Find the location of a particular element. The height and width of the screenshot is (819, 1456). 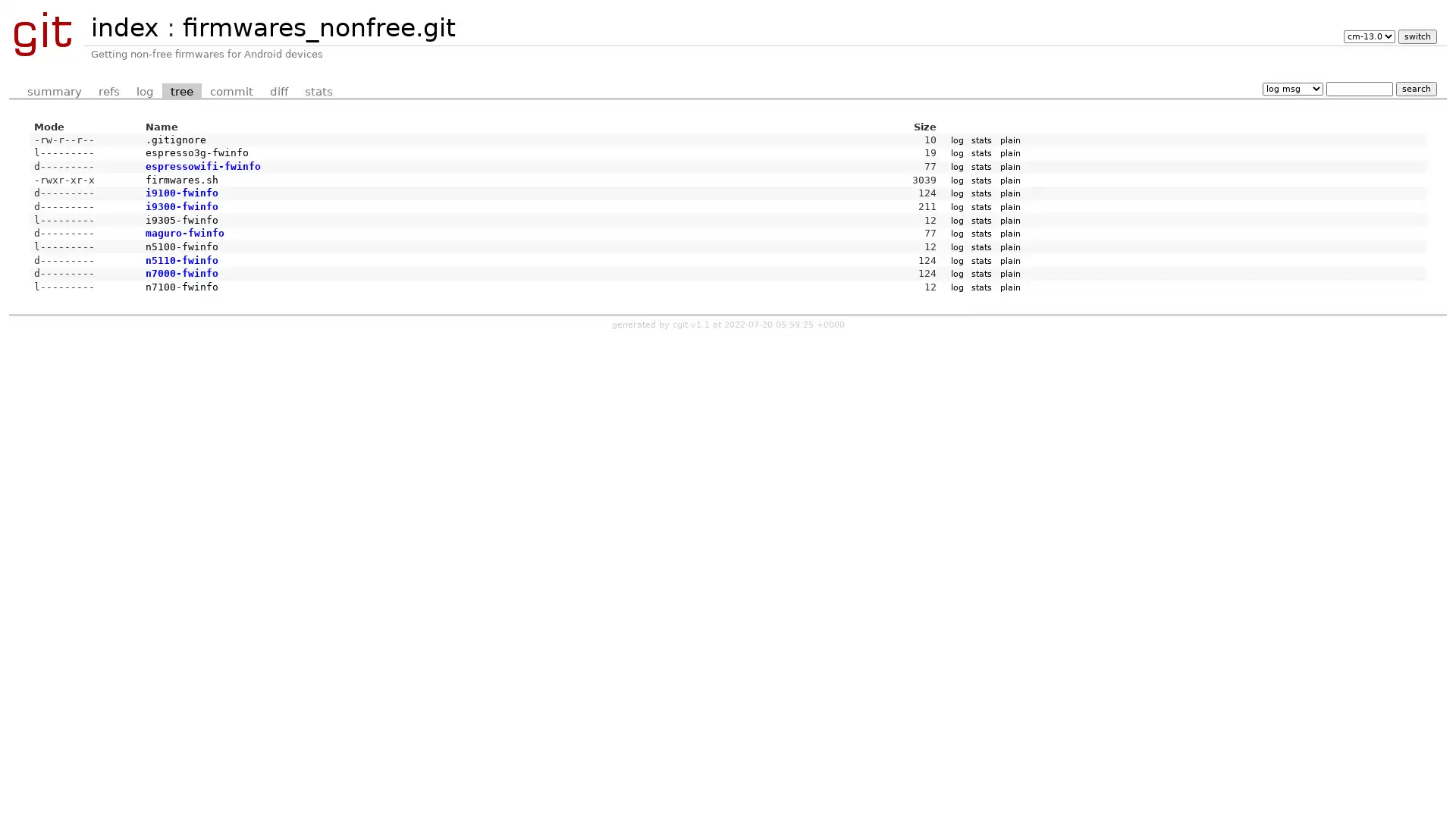

switch is located at coordinates (1416, 36).